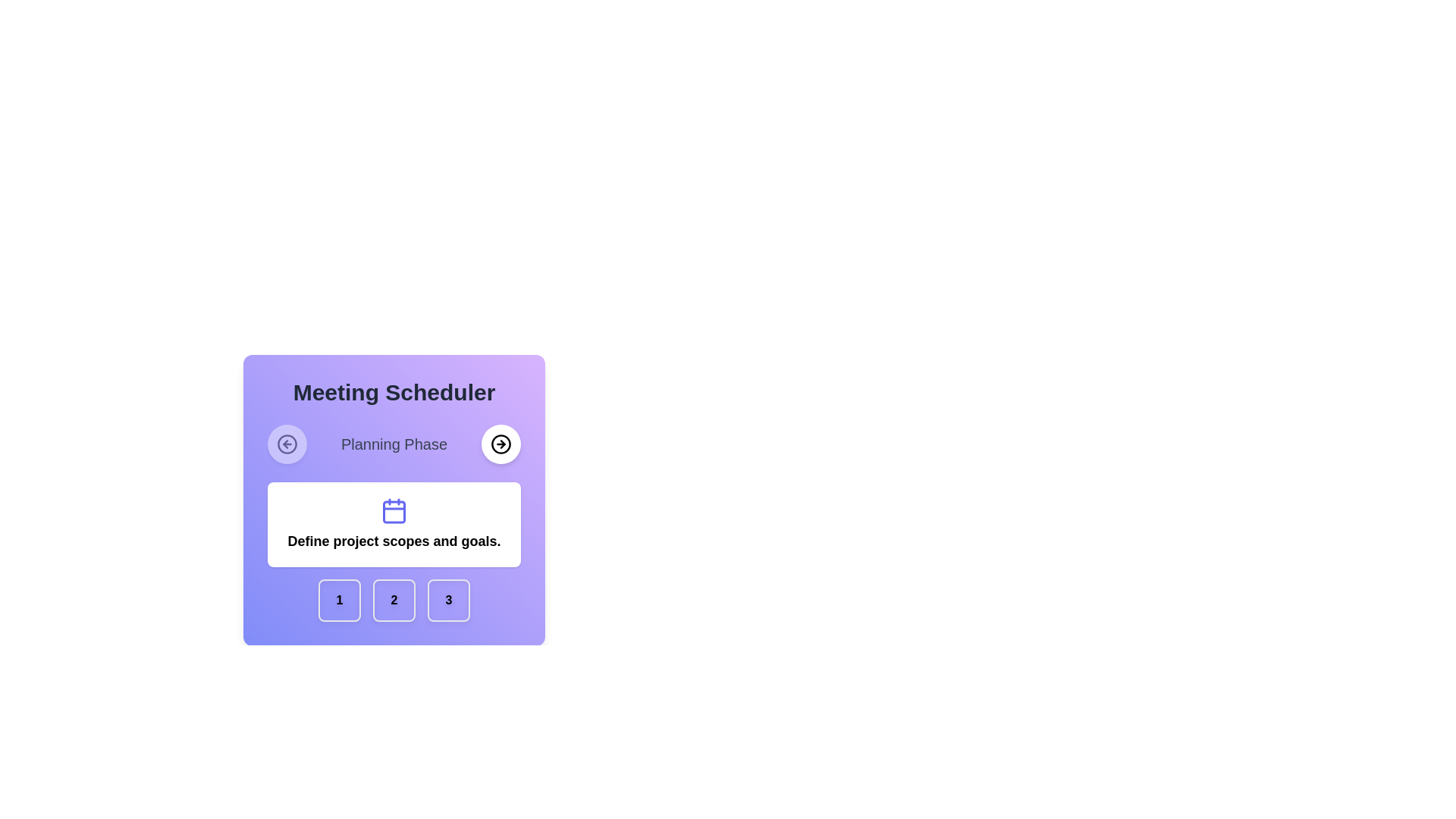 This screenshot has width=1456, height=819. I want to click on the circular icon button with a right-pointing arrow located in the top-right corner of the 'Meeting Scheduler' card, so click(501, 444).